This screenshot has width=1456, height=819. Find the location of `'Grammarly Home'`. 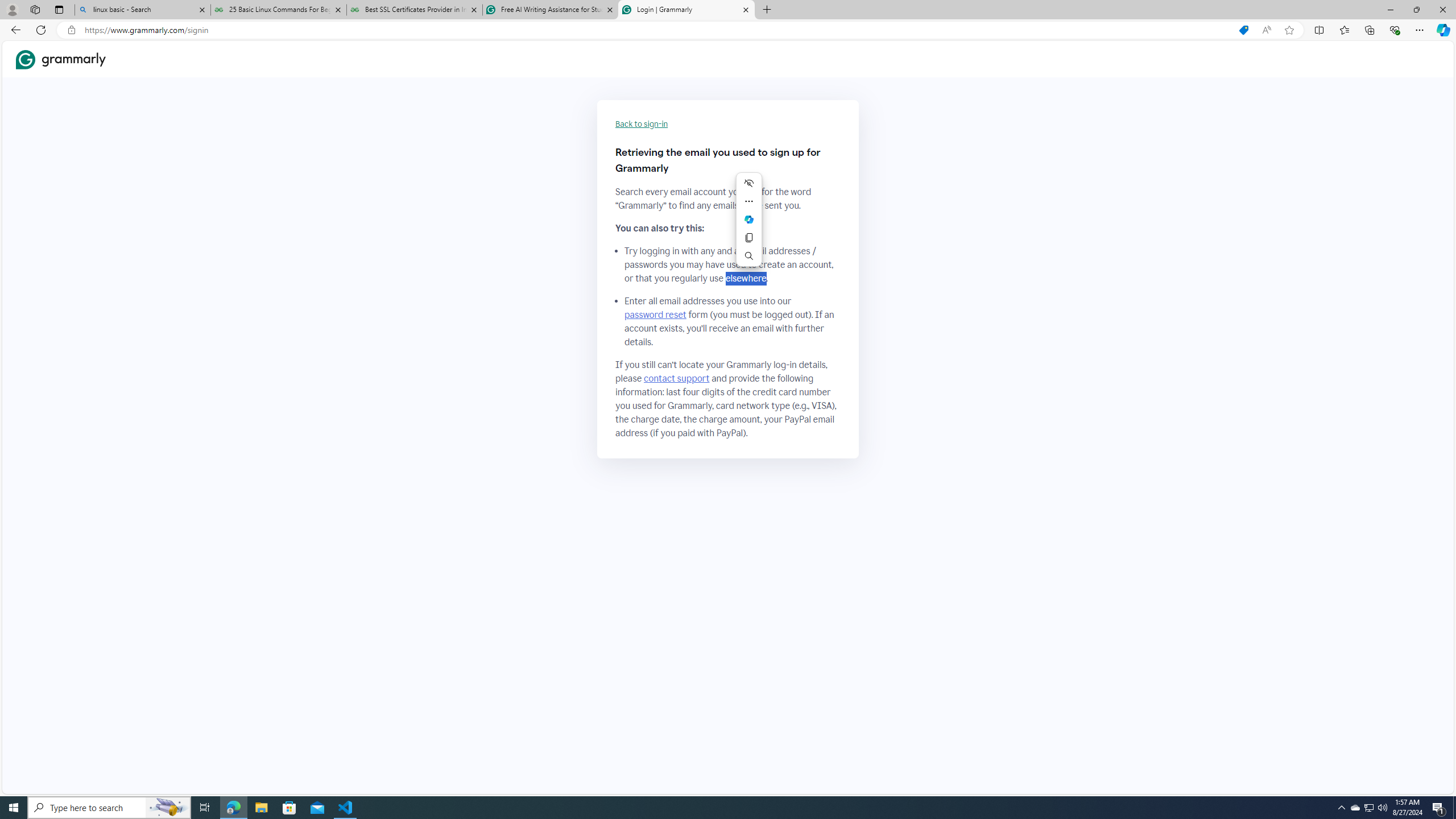

'Grammarly Home' is located at coordinates (60, 59).